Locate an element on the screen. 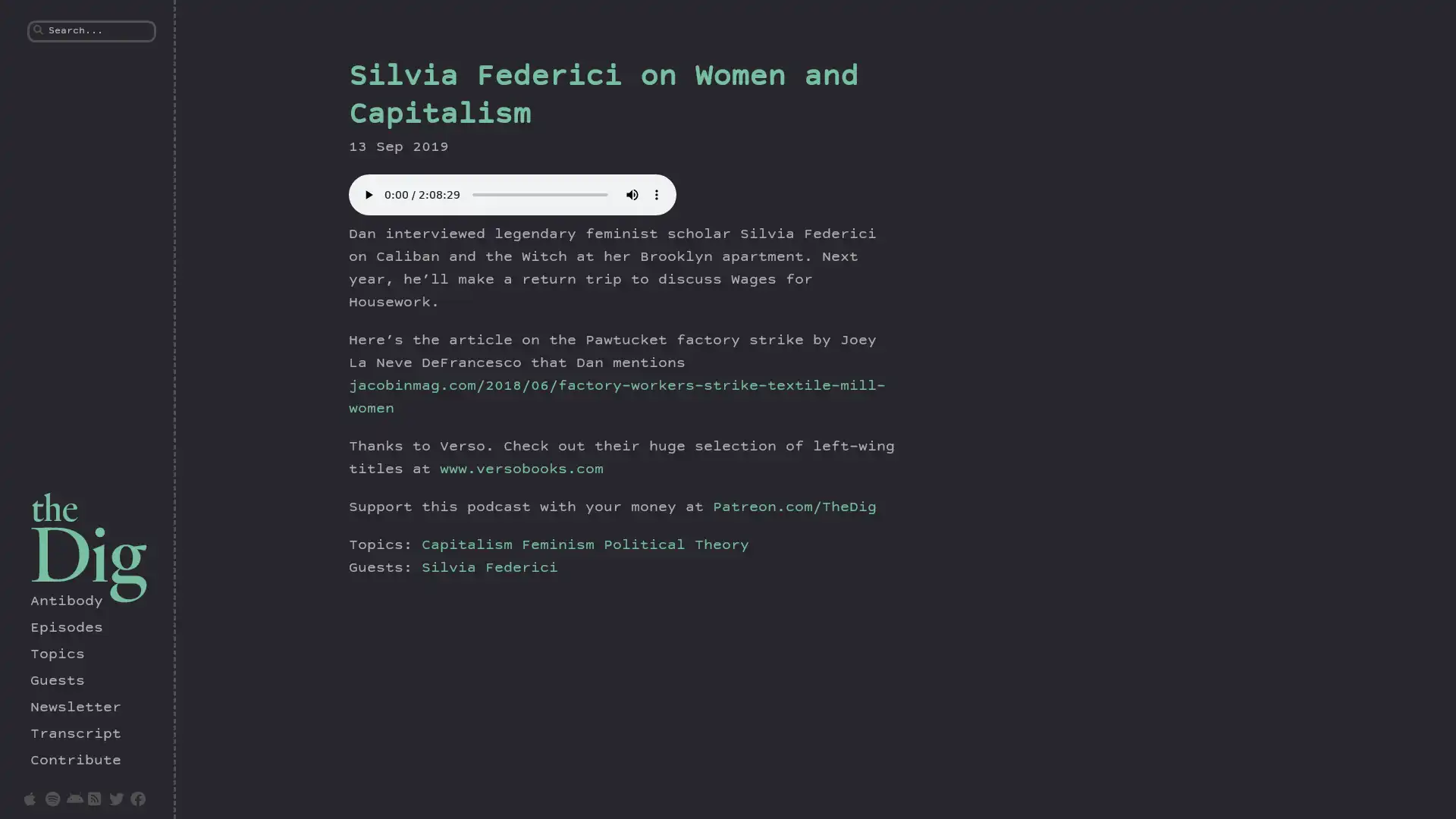 Image resolution: width=1456 pixels, height=819 pixels. play is located at coordinates (368, 194).